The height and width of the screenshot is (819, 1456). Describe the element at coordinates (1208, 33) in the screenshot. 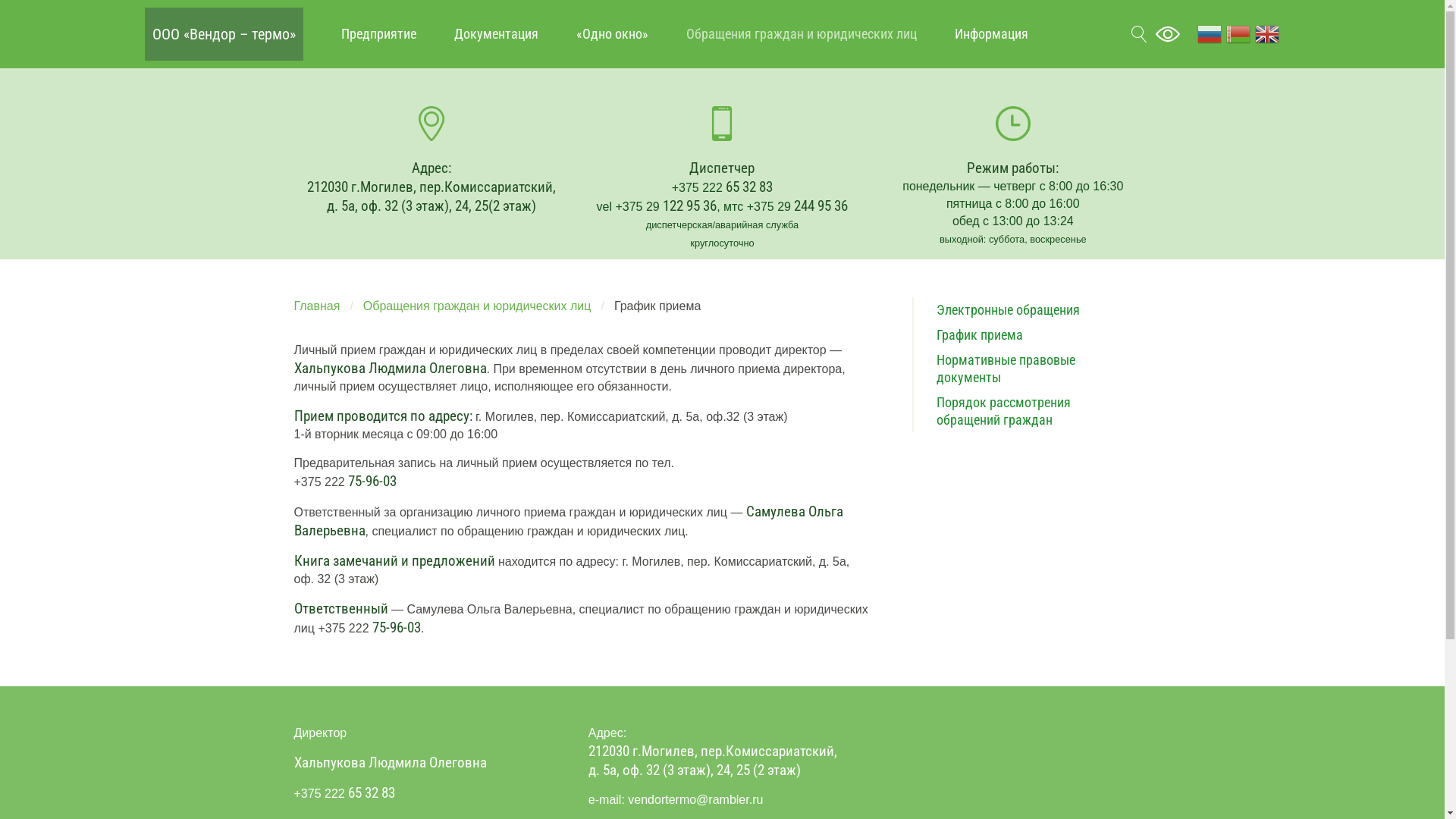

I see `'Russian'` at that location.